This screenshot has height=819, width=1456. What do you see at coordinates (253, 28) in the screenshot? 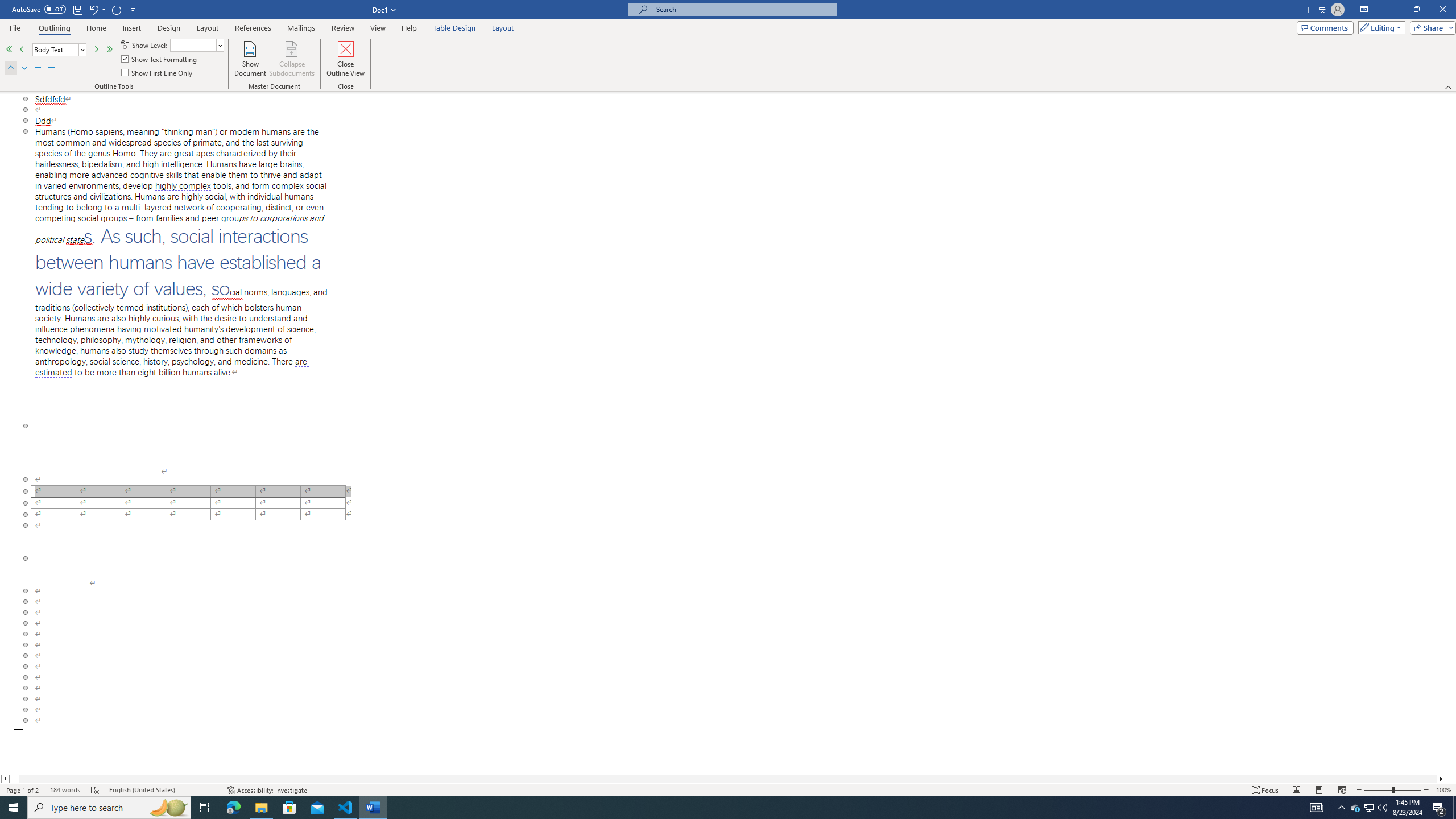
I see `'References'` at bounding box center [253, 28].